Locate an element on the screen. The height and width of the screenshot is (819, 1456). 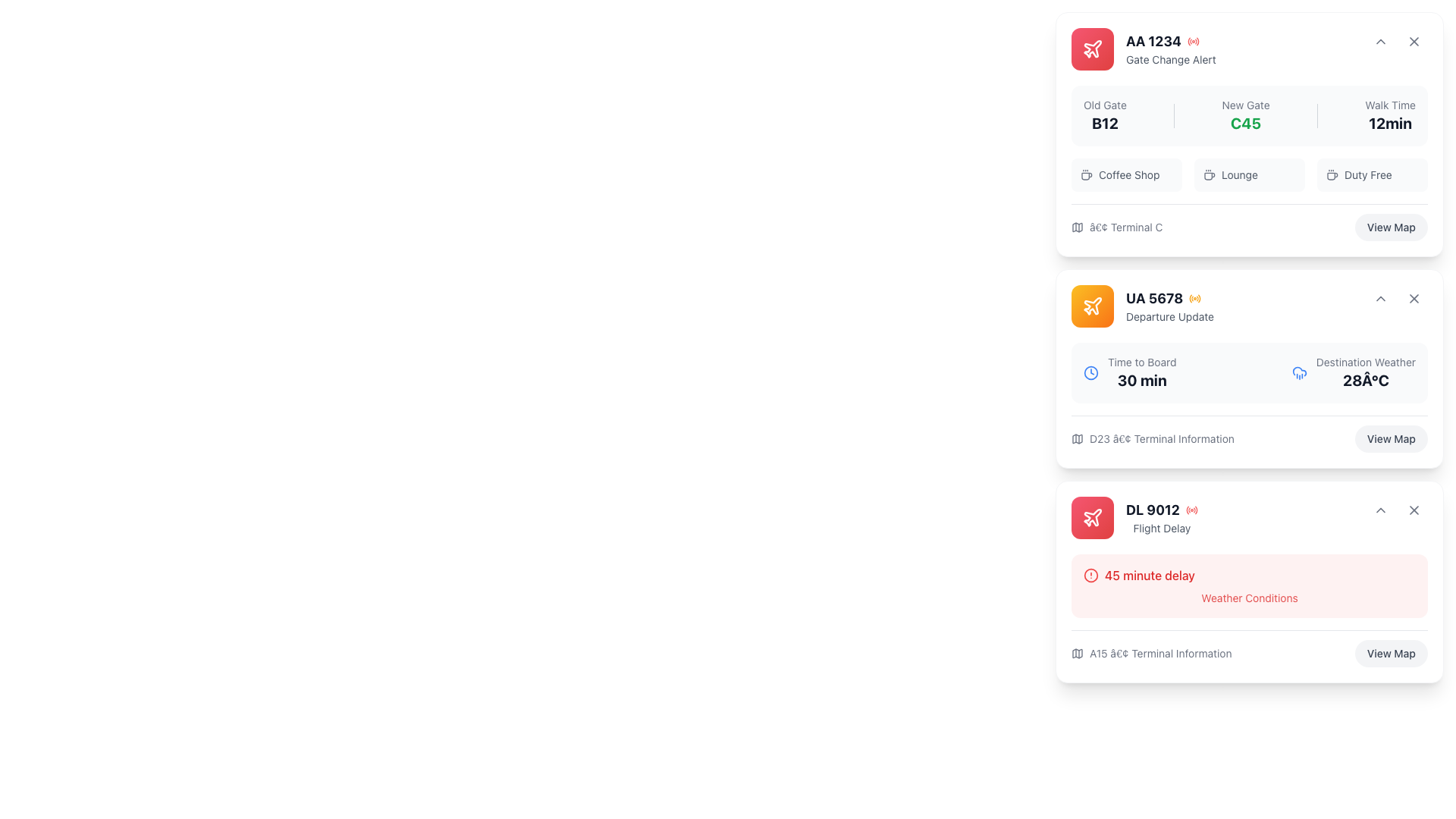
contents of the informational card section located at the top of the vertically stacked list, which provides navigation-related information including gate transitions and estimated walking time is located at coordinates (1249, 115).